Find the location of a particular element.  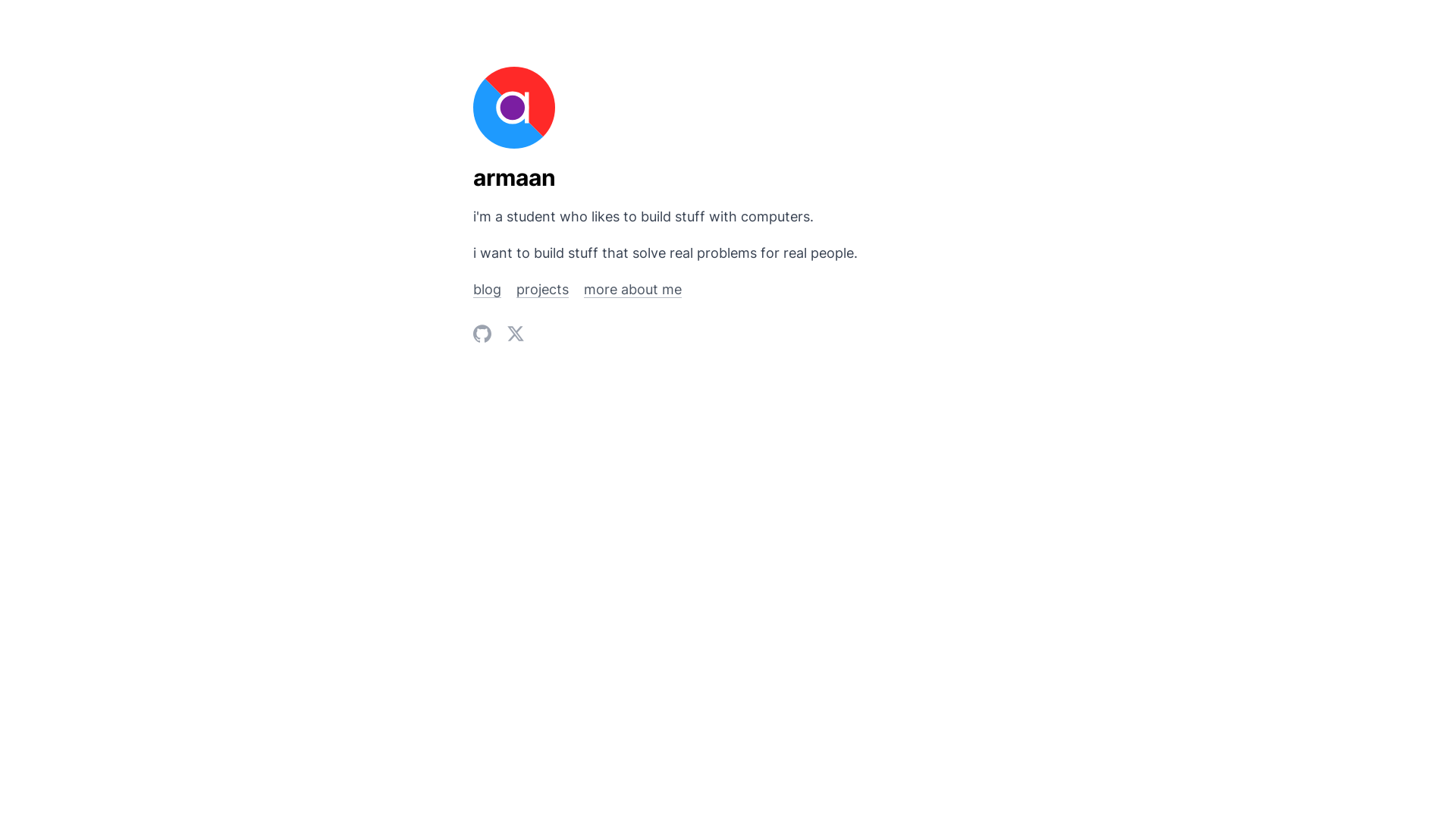

'blog' is located at coordinates (472, 289).